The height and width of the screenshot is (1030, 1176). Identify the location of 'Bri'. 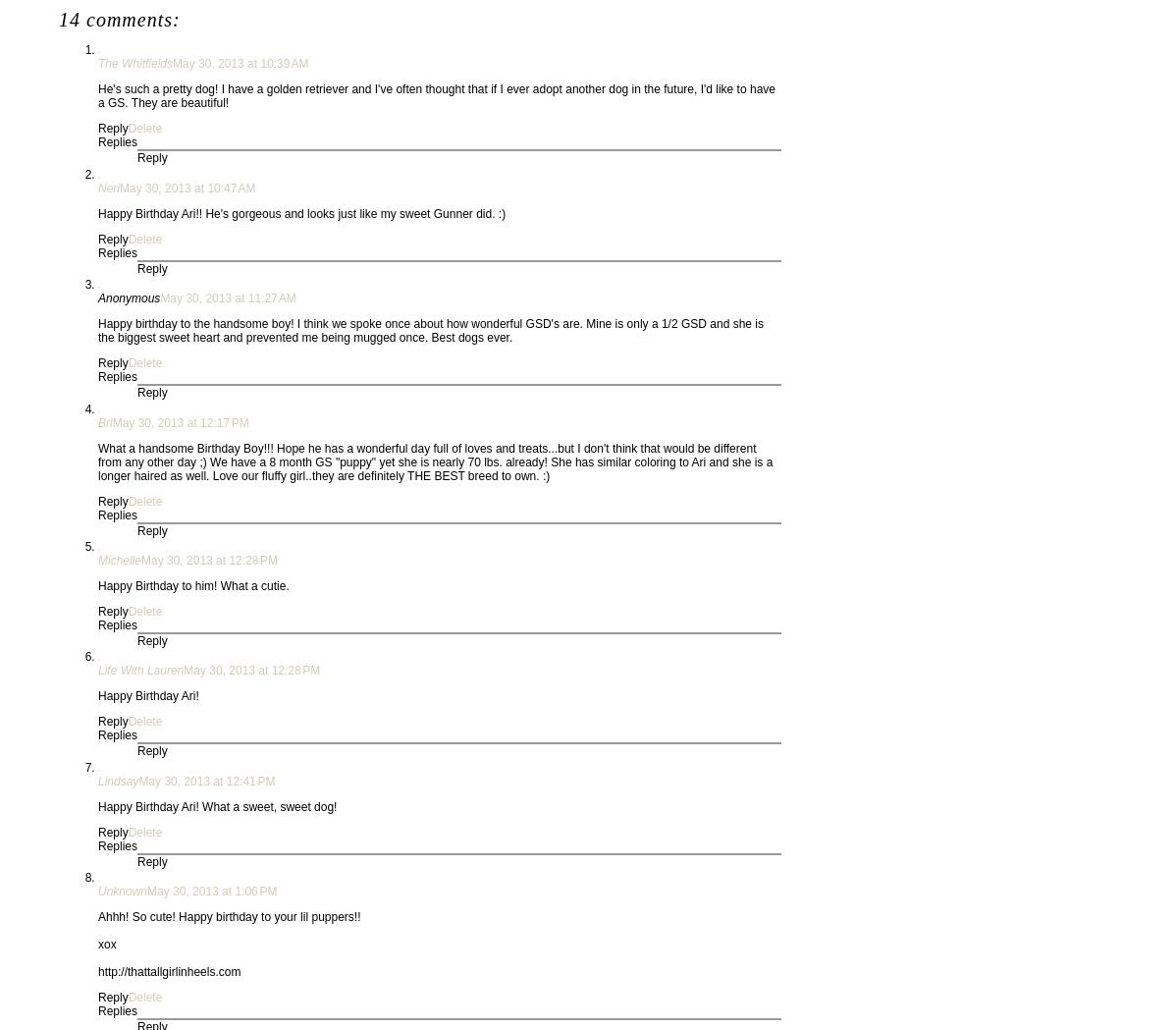
(103, 420).